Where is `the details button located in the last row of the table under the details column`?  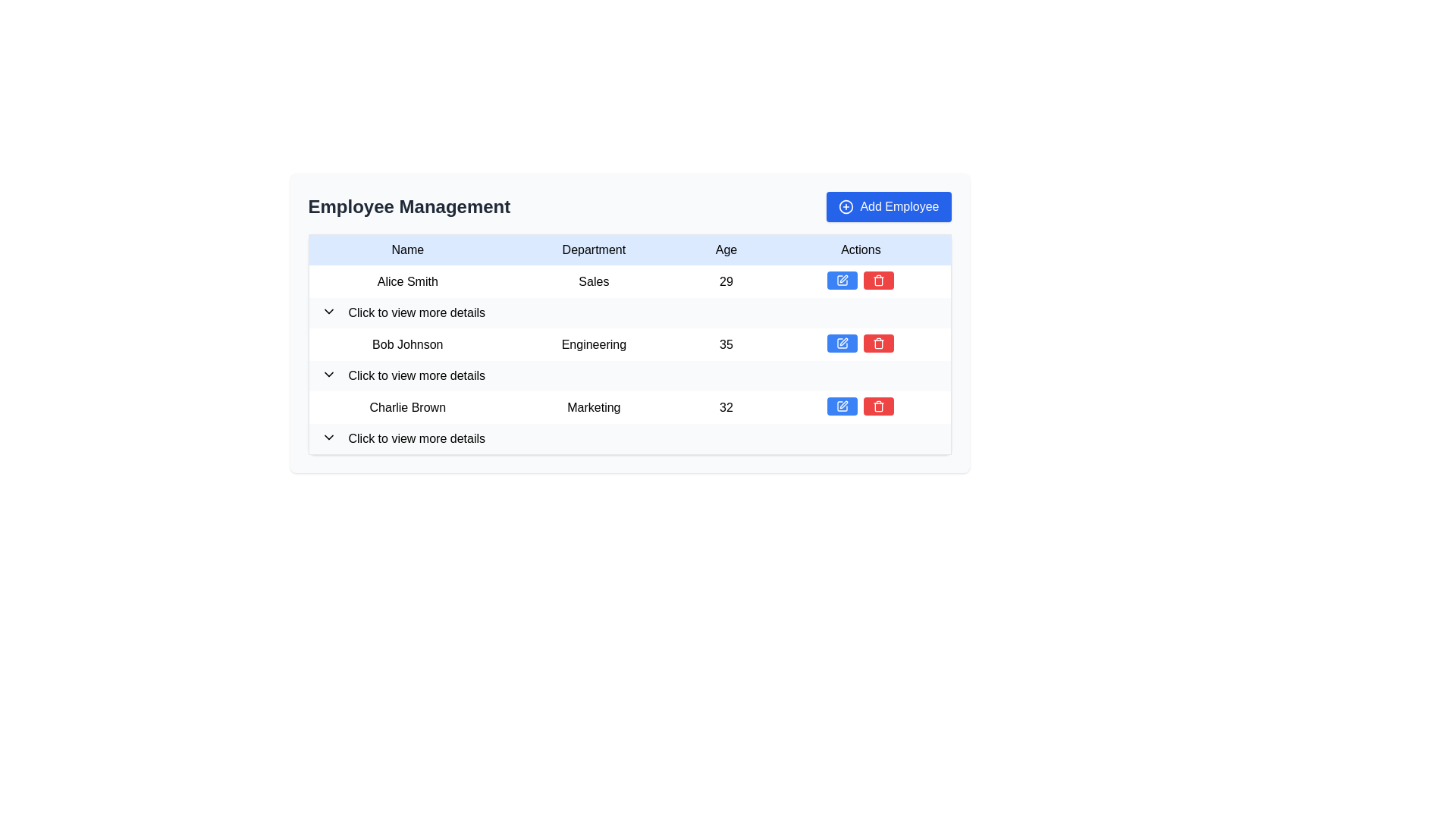
the details button located in the last row of the table under the details column is located at coordinates (629, 438).